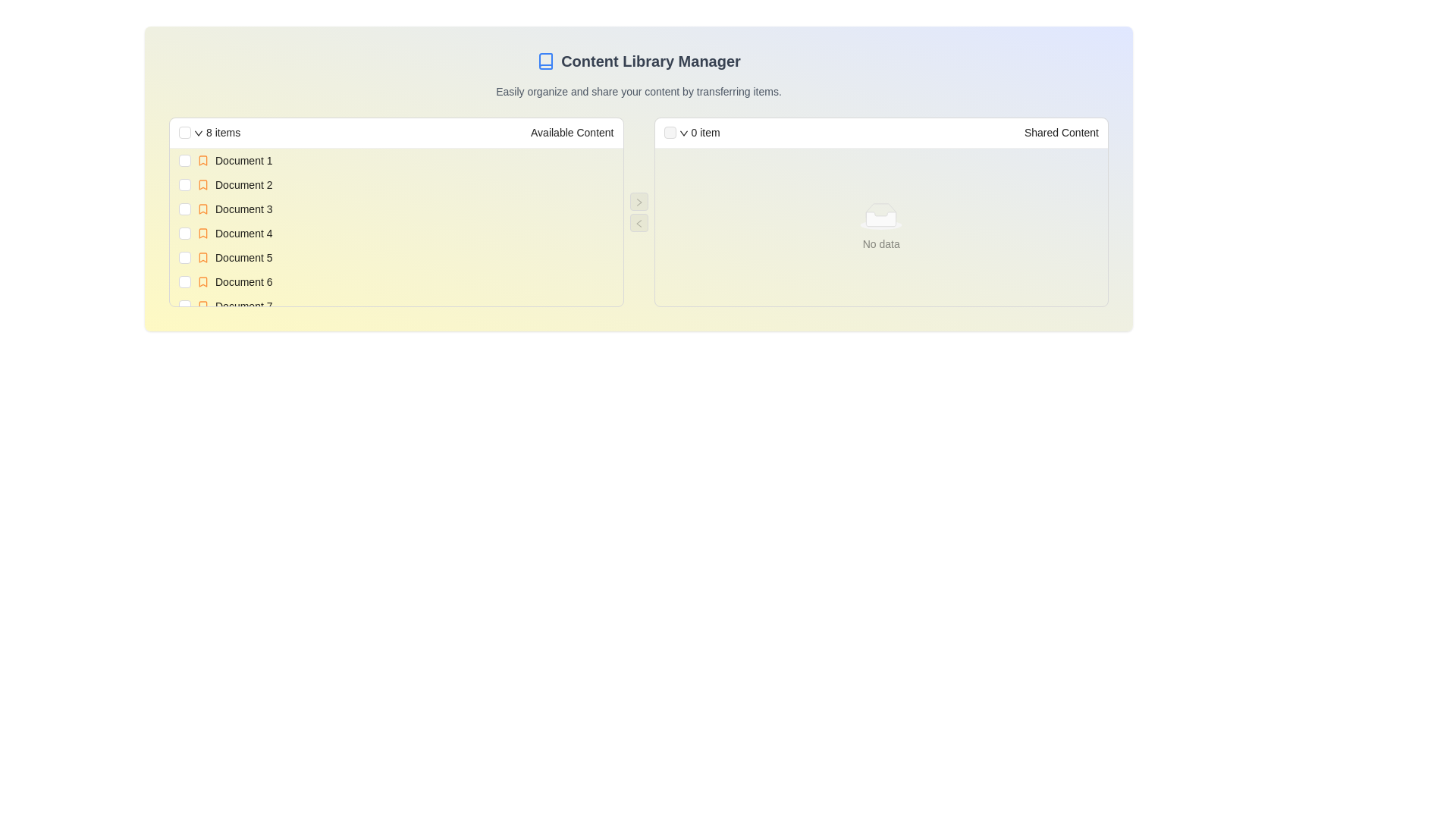  Describe the element at coordinates (202, 256) in the screenshot. I see `the orange bookmark SVG icon located to the left of the text 'Document 5'` at that location.